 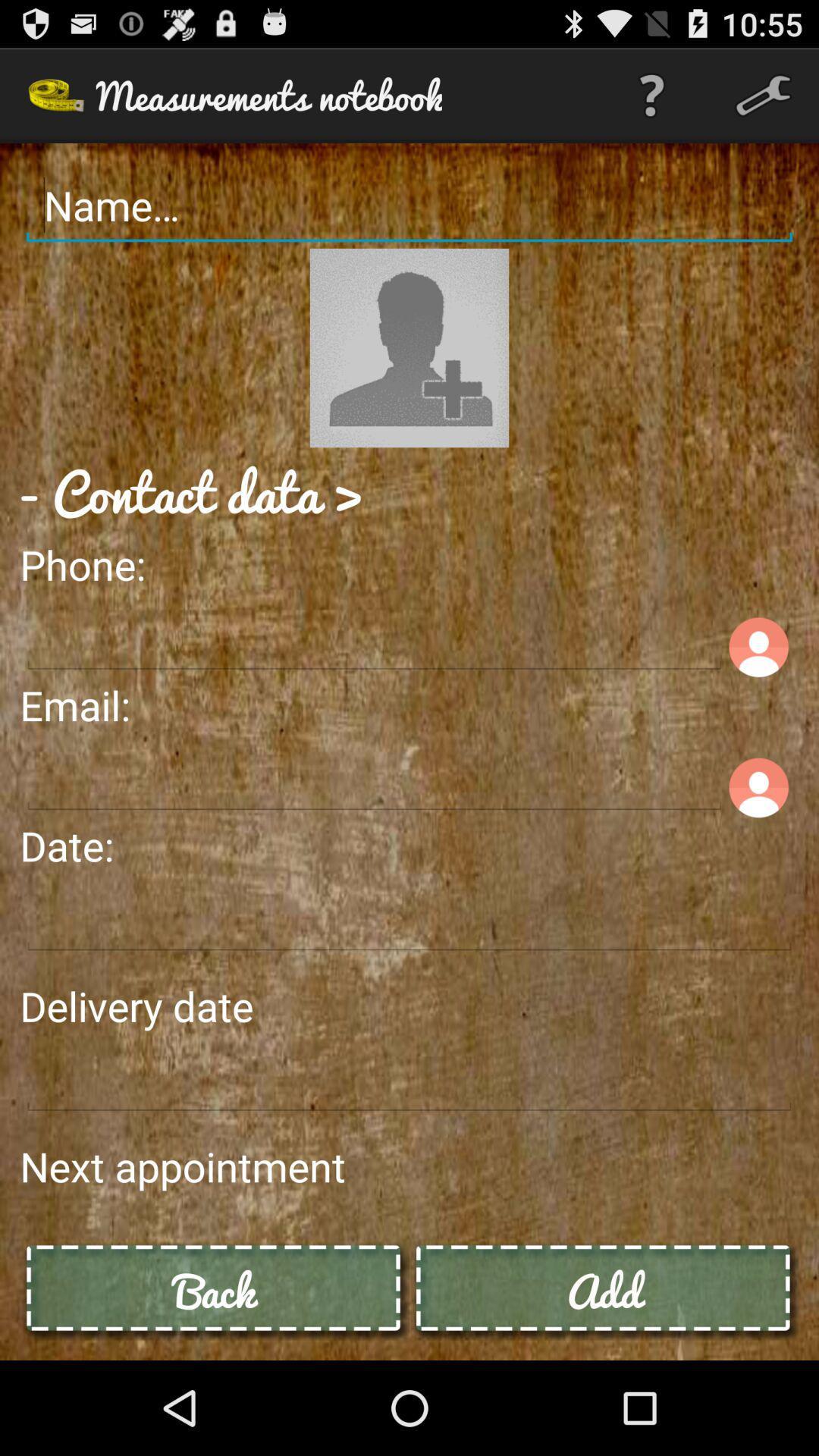 I want to click on the avatar icon, so click(x=758, y=692).